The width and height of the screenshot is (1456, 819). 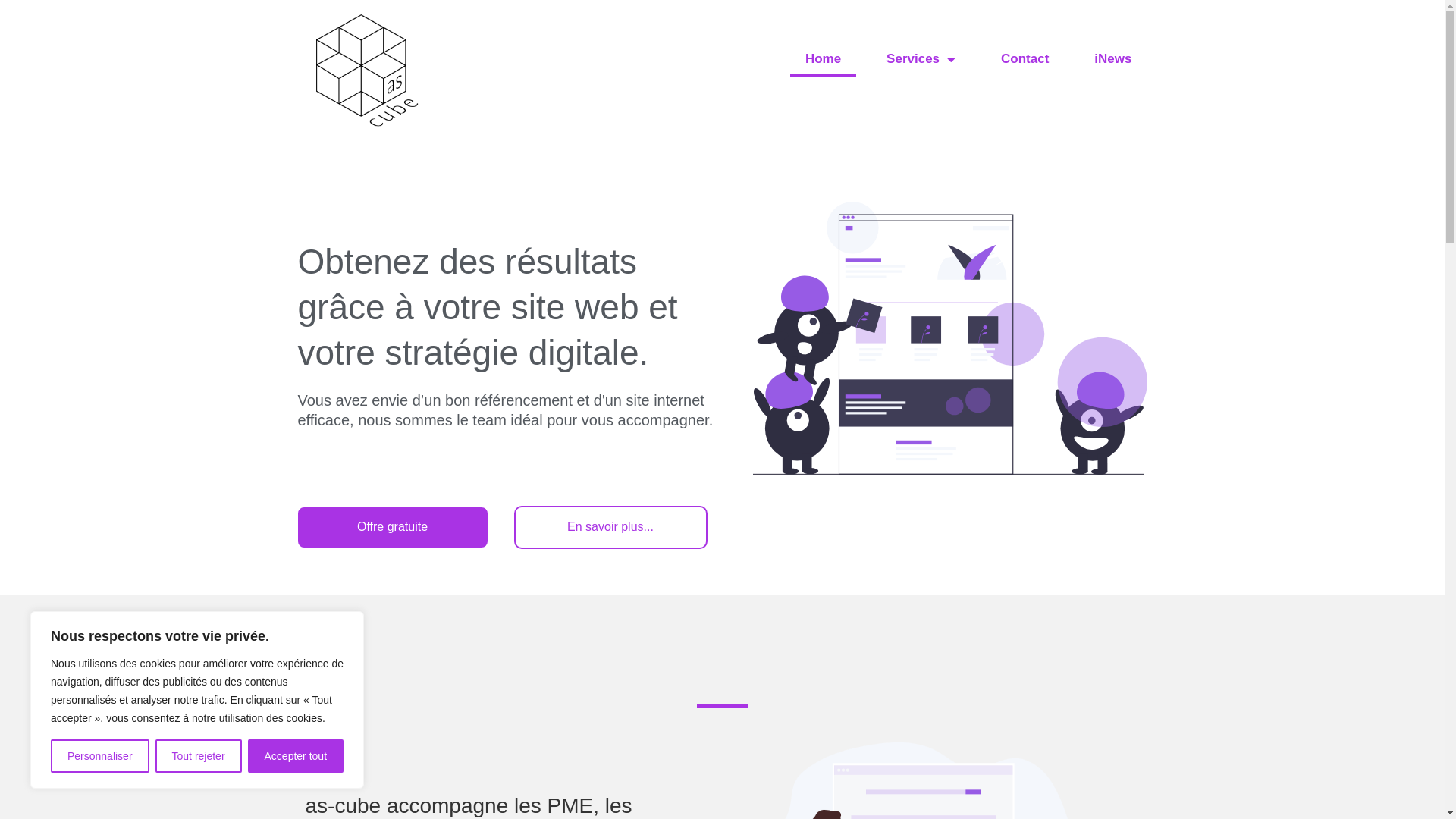 What do you see at coordinates (99, 755) in the screenshot?
I see `'Personnaliser'` at bounding box center [99, 755].